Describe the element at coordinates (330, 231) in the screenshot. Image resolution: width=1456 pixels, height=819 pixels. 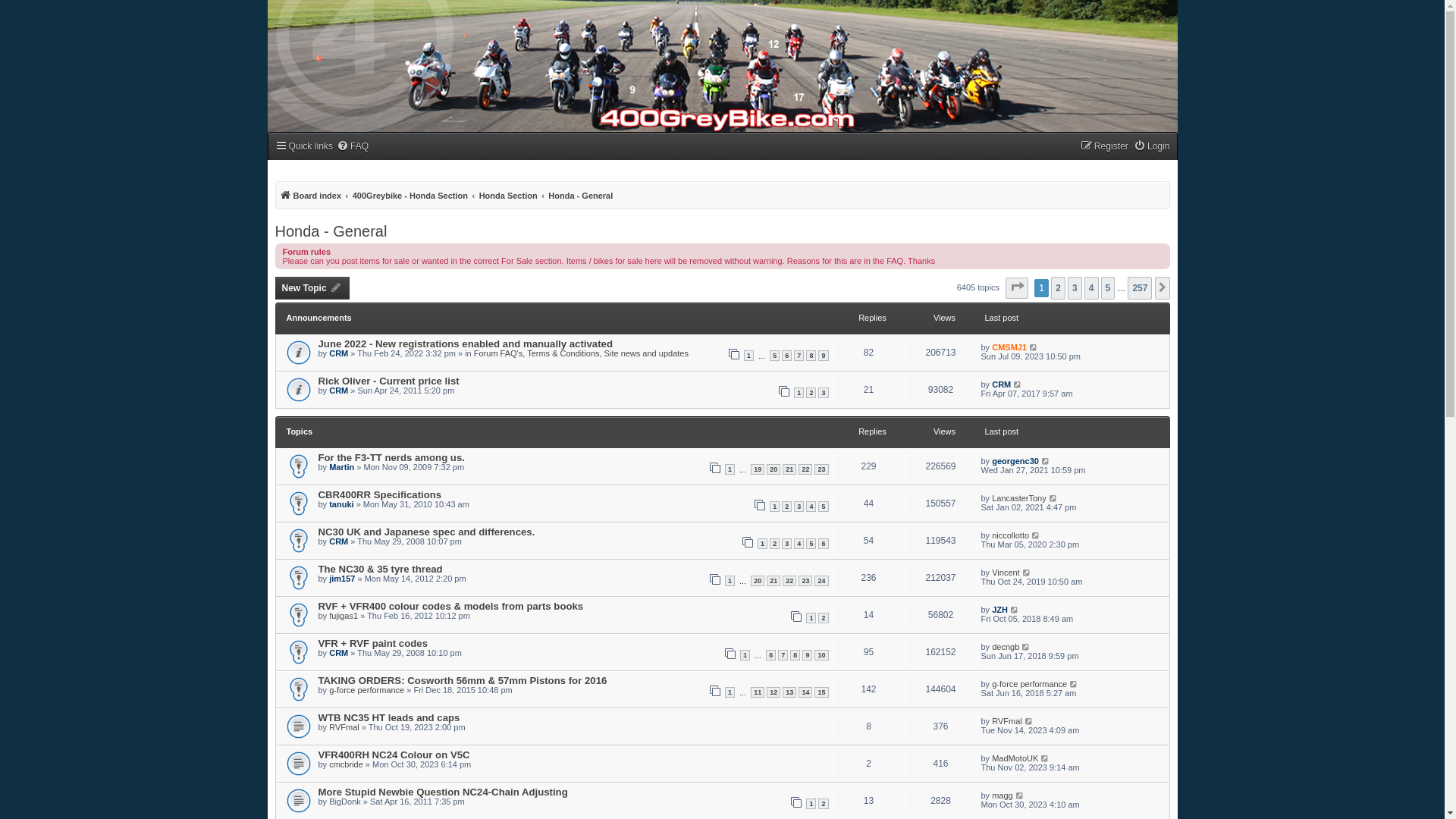
I see `'Honda - General'` at that location.